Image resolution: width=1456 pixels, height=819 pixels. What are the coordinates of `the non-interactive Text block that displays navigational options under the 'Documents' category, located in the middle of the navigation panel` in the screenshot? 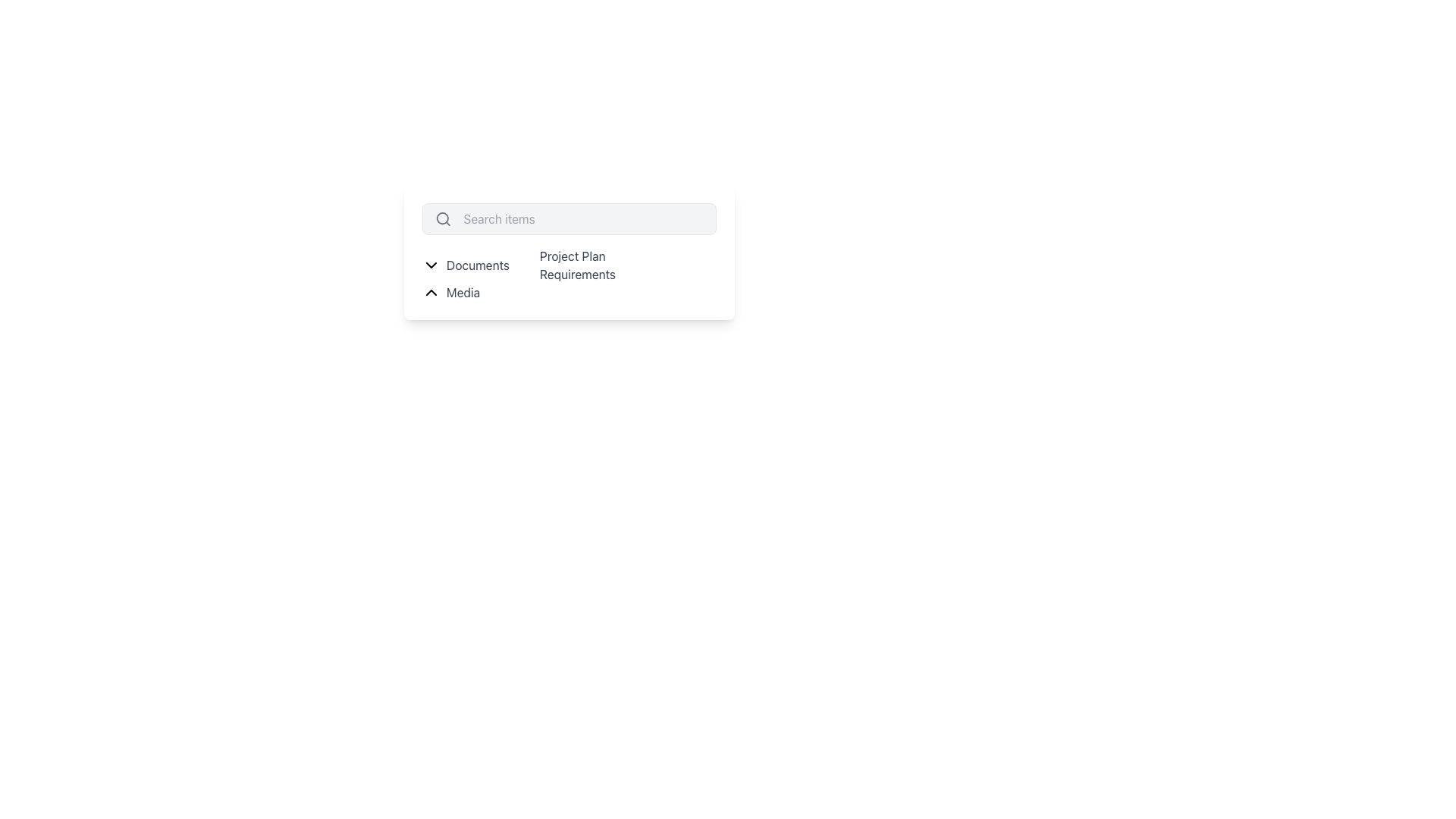 It's located at (565, 265).